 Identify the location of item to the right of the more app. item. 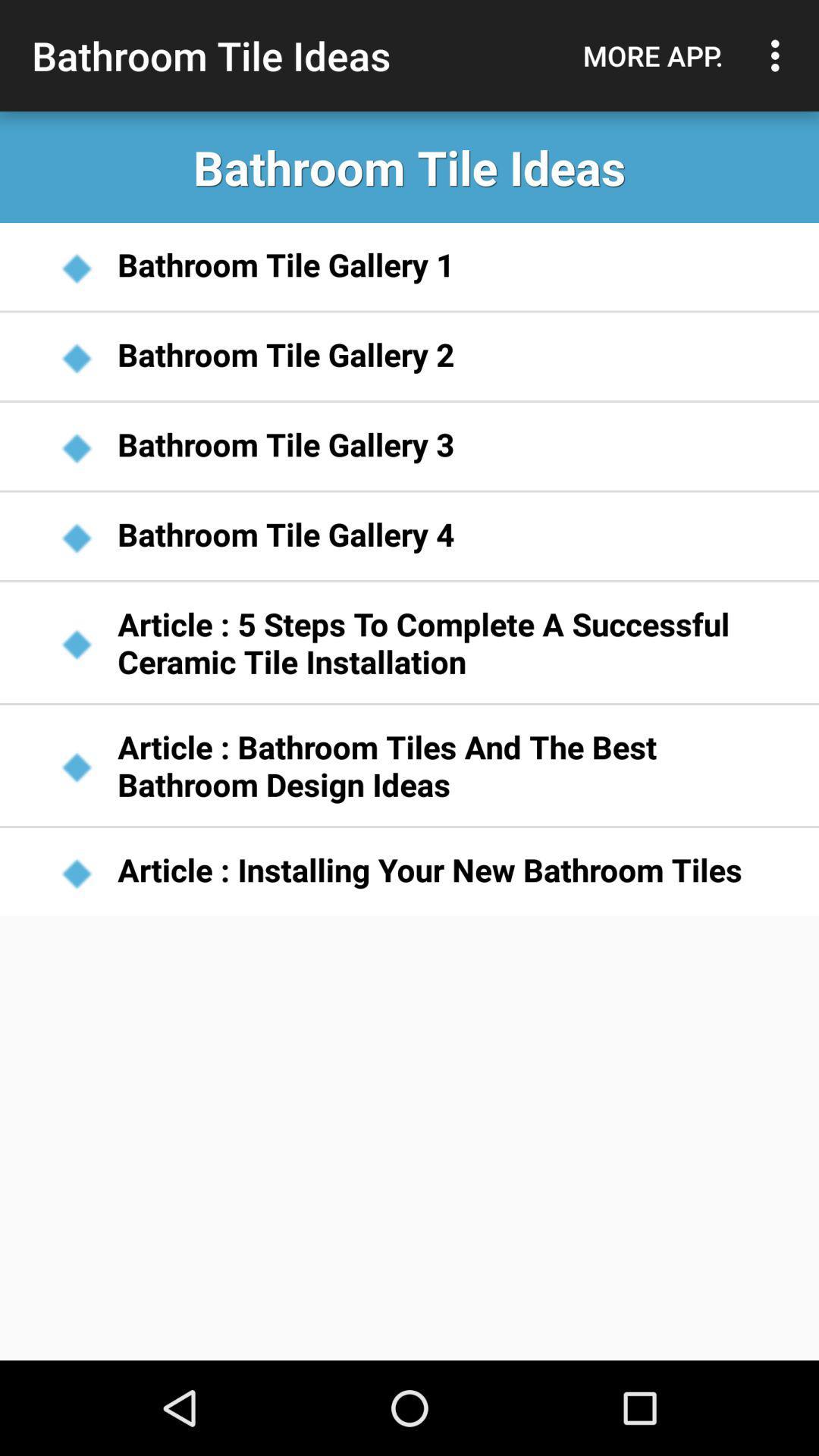
(779, 55).